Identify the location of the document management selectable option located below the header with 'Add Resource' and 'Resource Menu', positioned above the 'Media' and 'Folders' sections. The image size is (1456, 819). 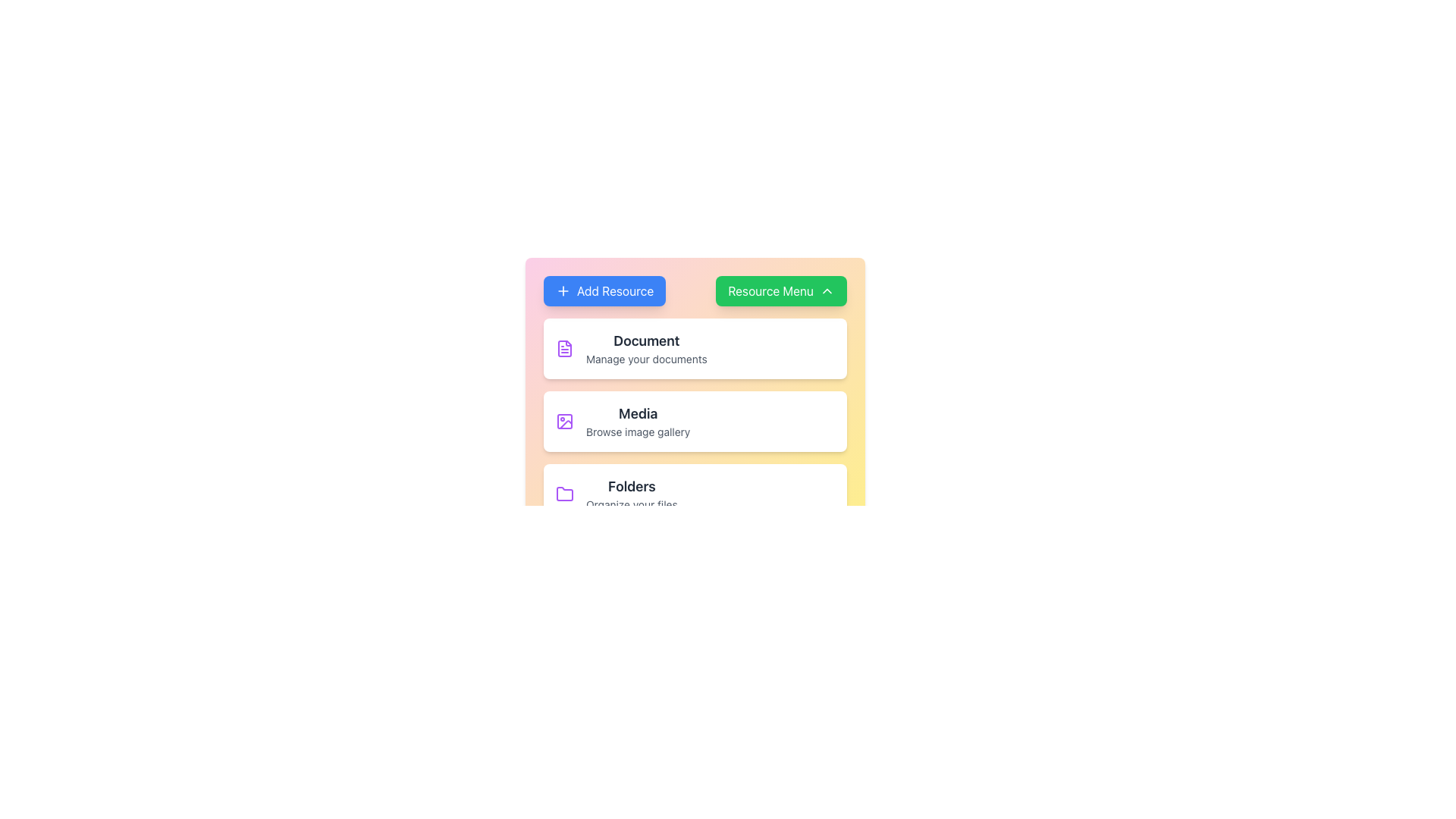
(694, 357).